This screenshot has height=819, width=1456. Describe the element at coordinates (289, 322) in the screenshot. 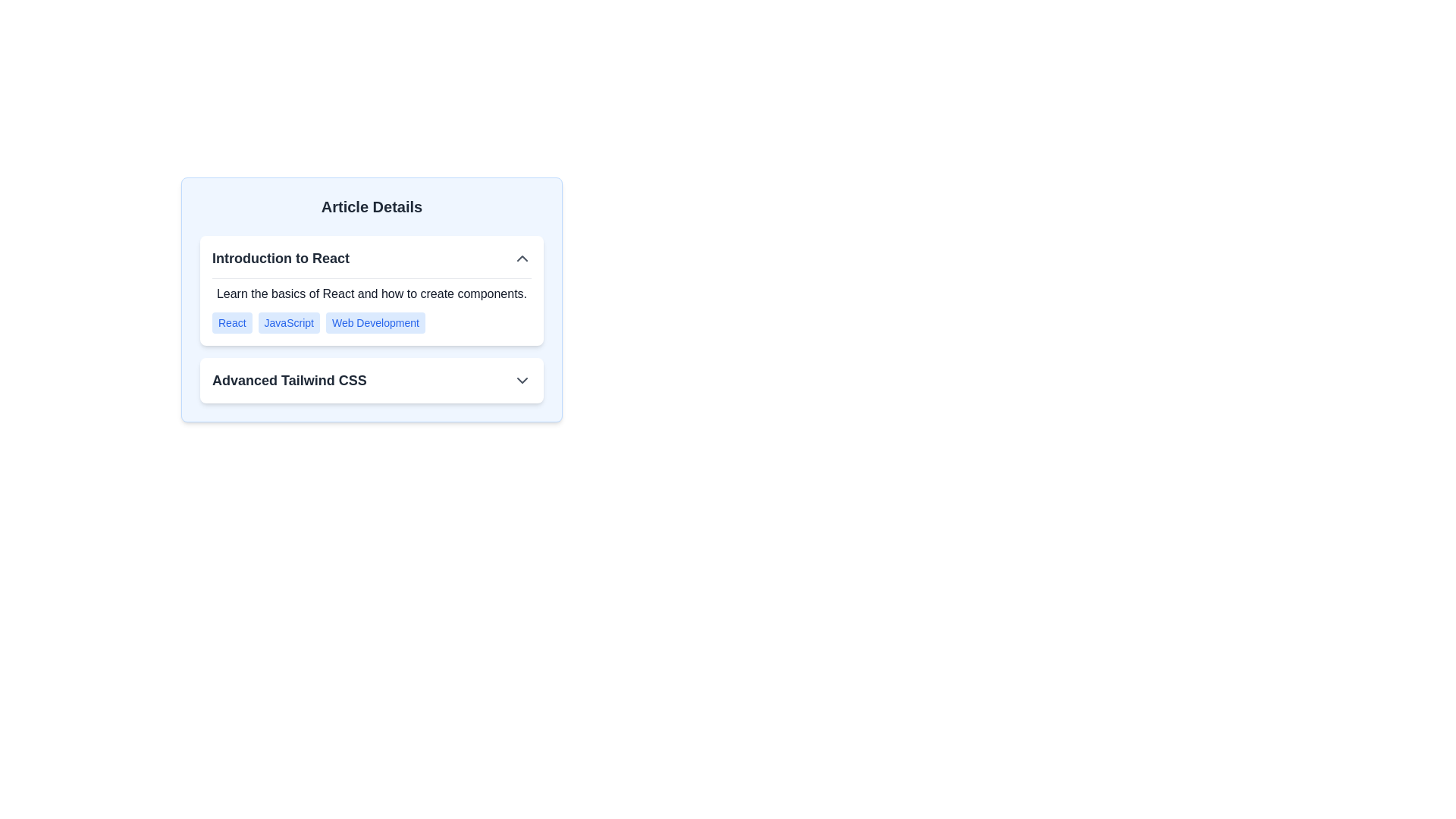

I see `the middle badge labeled 'JavaScript' in the section titled 'Introduction to React', which is positioned between the badges 'React' and 'Web Development'` at that location.